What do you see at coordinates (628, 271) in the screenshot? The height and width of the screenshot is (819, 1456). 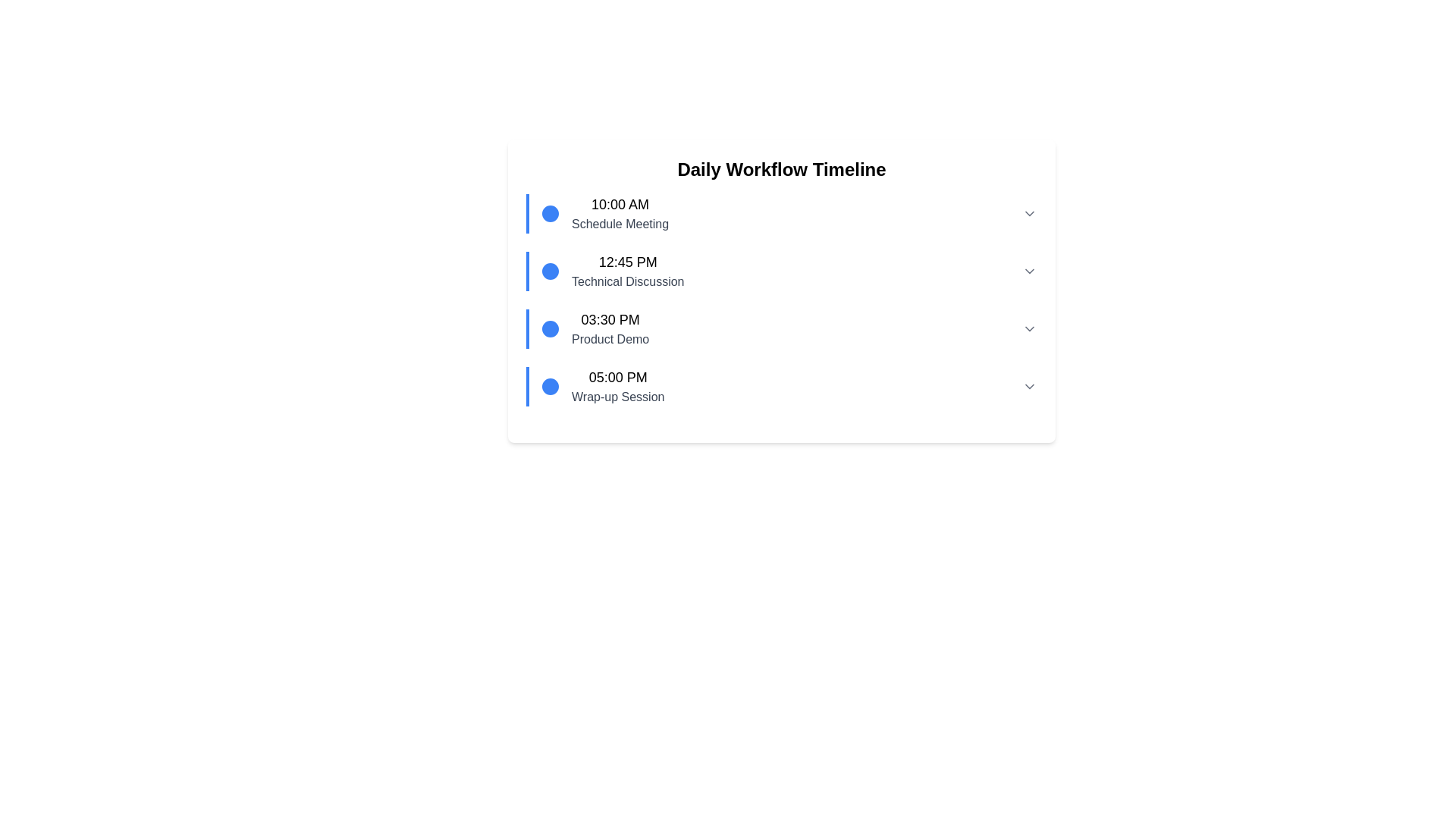 I see `the second list item representing a scheduled event, which includes a time slot and description, located centrally in the timeline layout` at bounding box center [628, 271].